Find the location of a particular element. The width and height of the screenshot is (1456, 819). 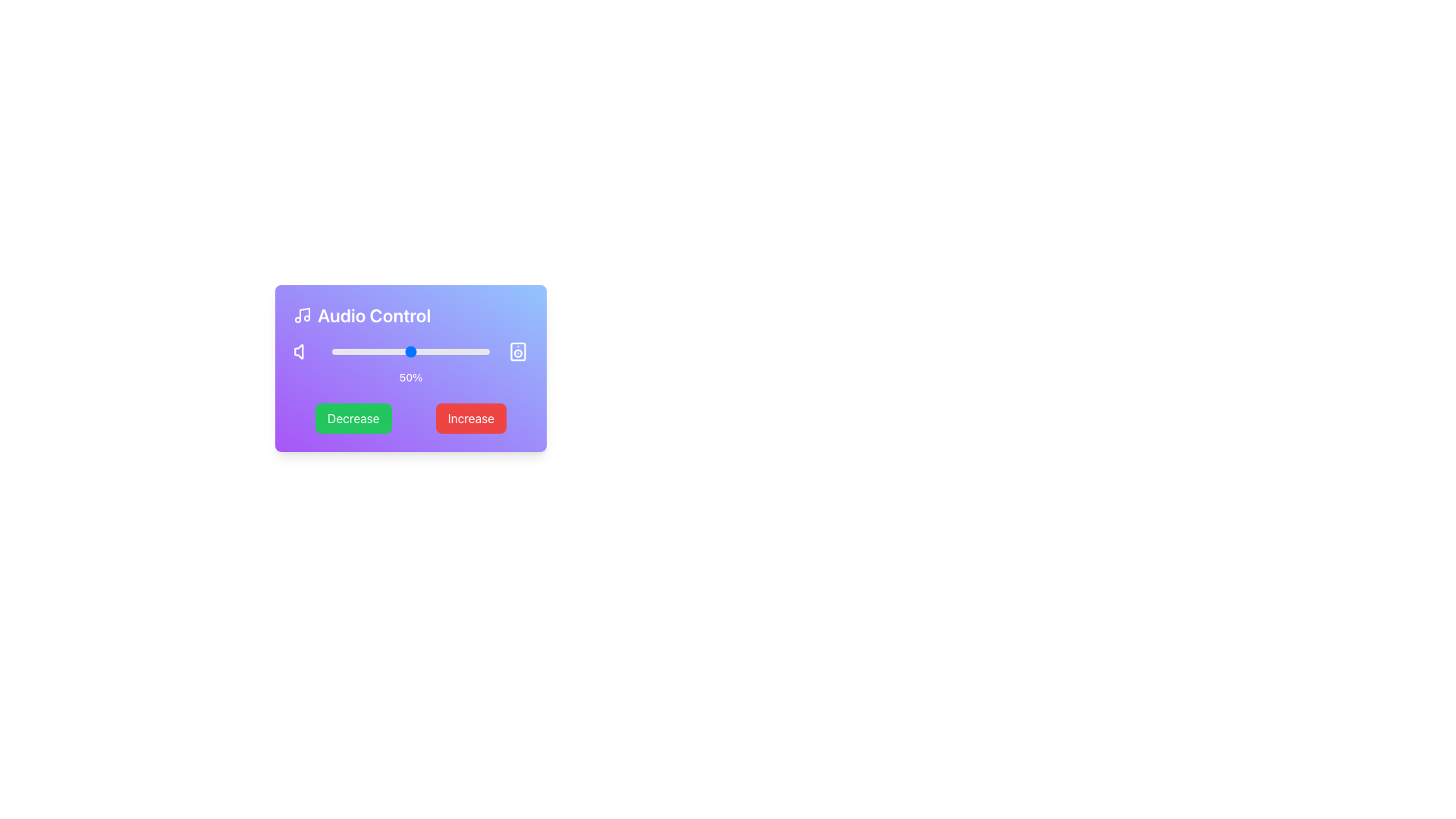

the text label displaying '50%' that is centered below the audio control slider, within a colored gradient background interface is located at coordinates (411, 362).